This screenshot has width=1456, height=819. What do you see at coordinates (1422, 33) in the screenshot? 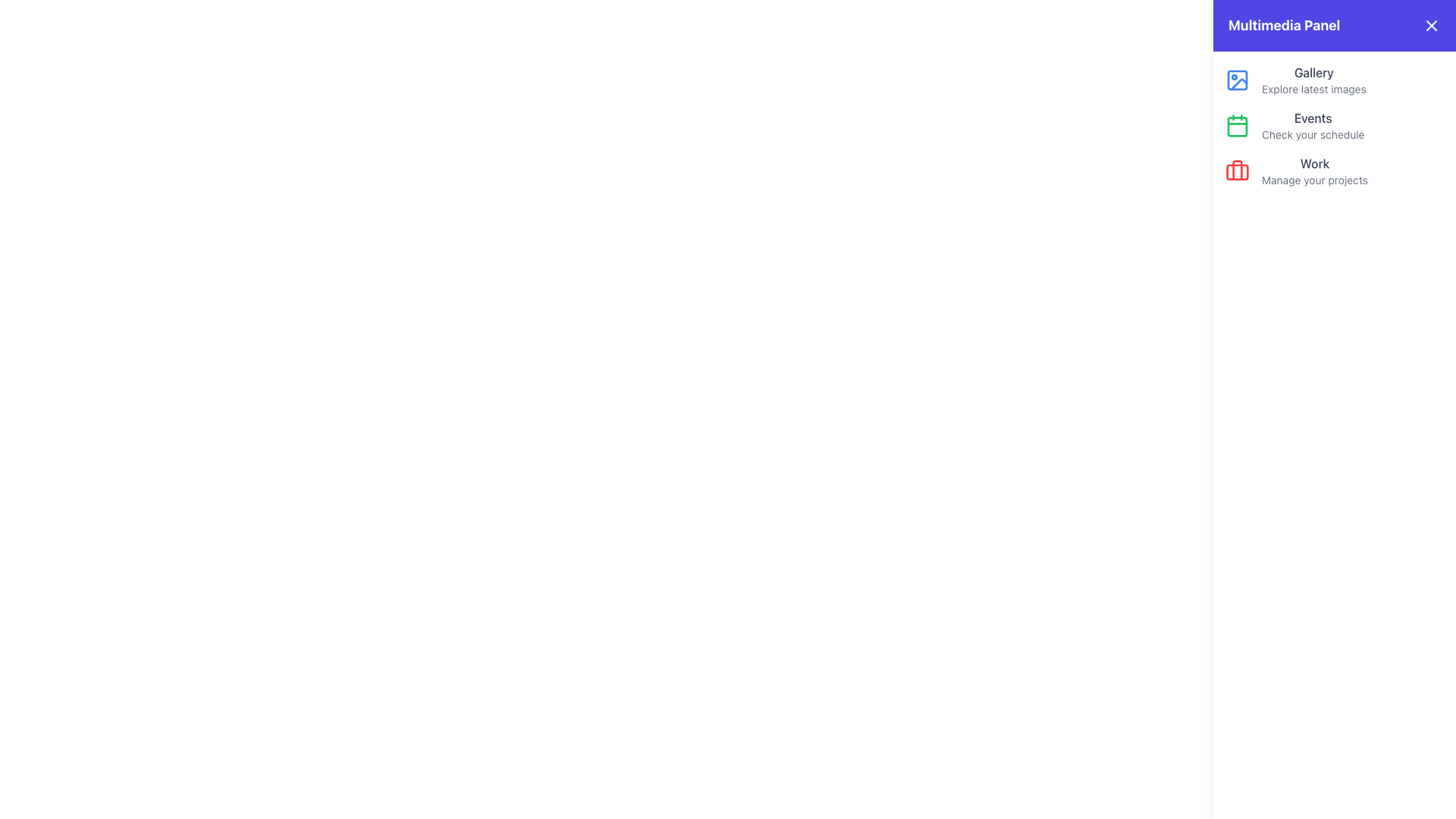
I see `the close button located in the top-right corner of the main interface` at bounding box center [1422, 33].